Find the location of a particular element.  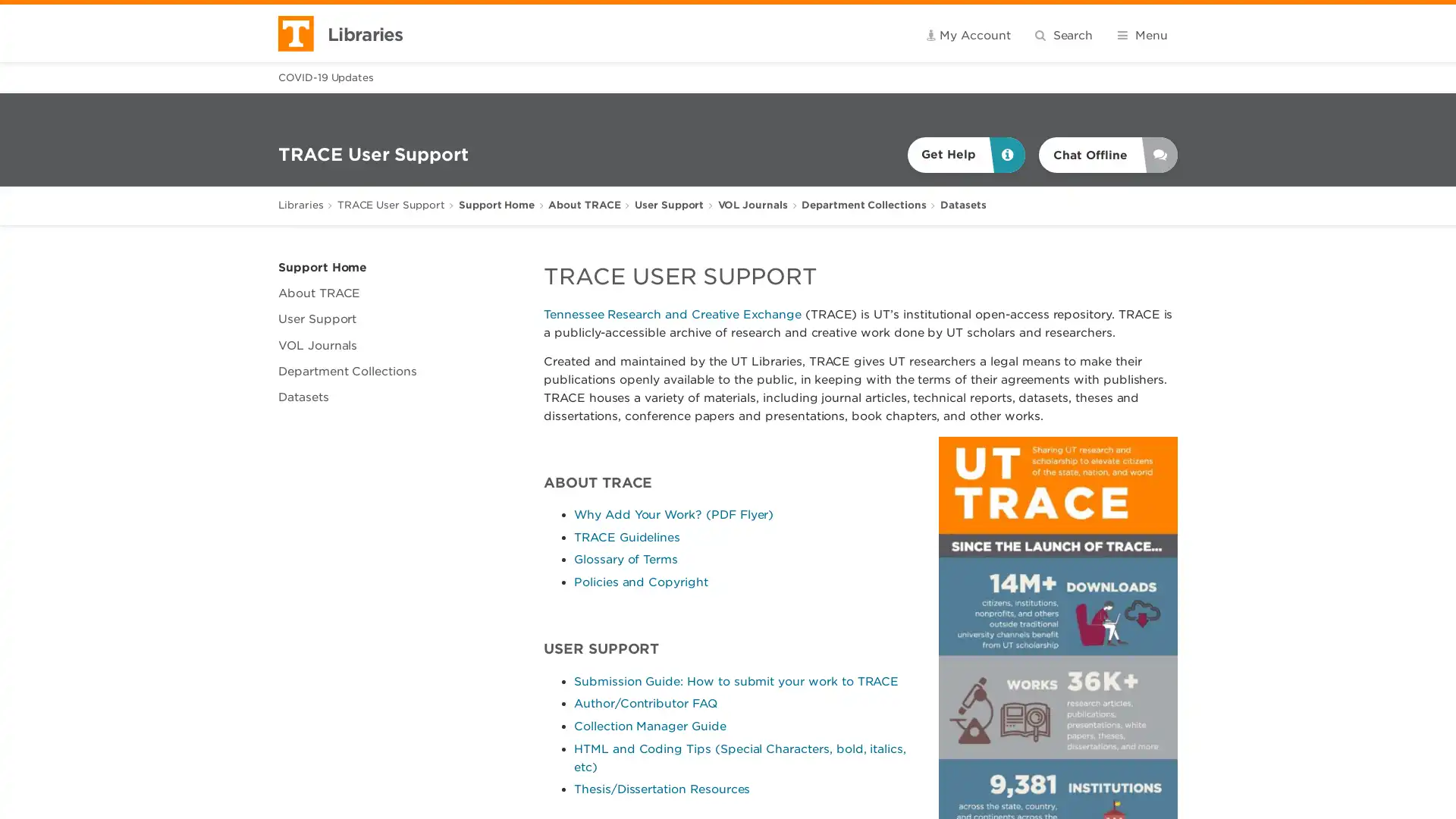

Submit search is located at coordinates (1145, 33).